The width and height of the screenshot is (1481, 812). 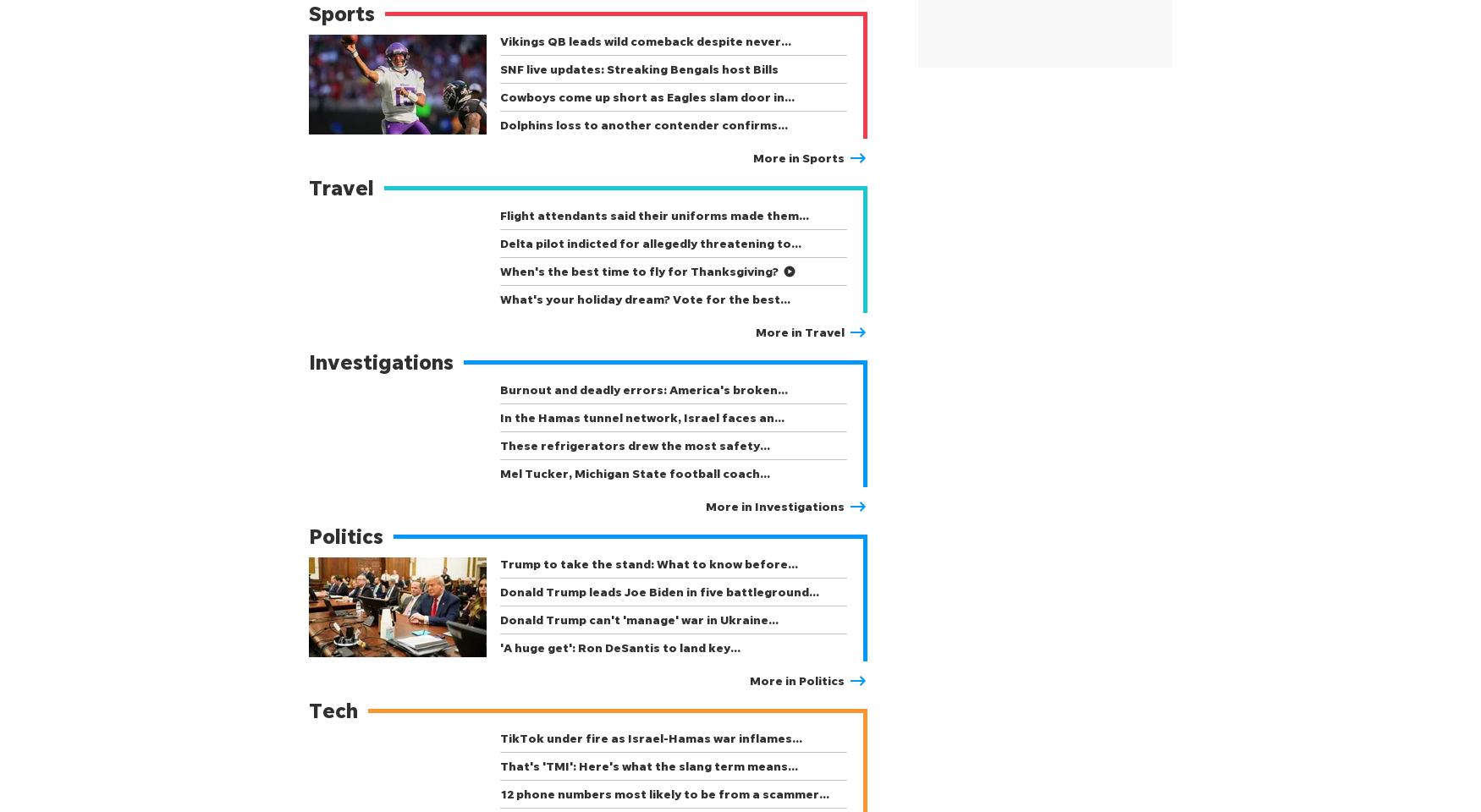 I want to click on 'When's the best time to fly for Thanksgiving?', so click(x=638, y=271).